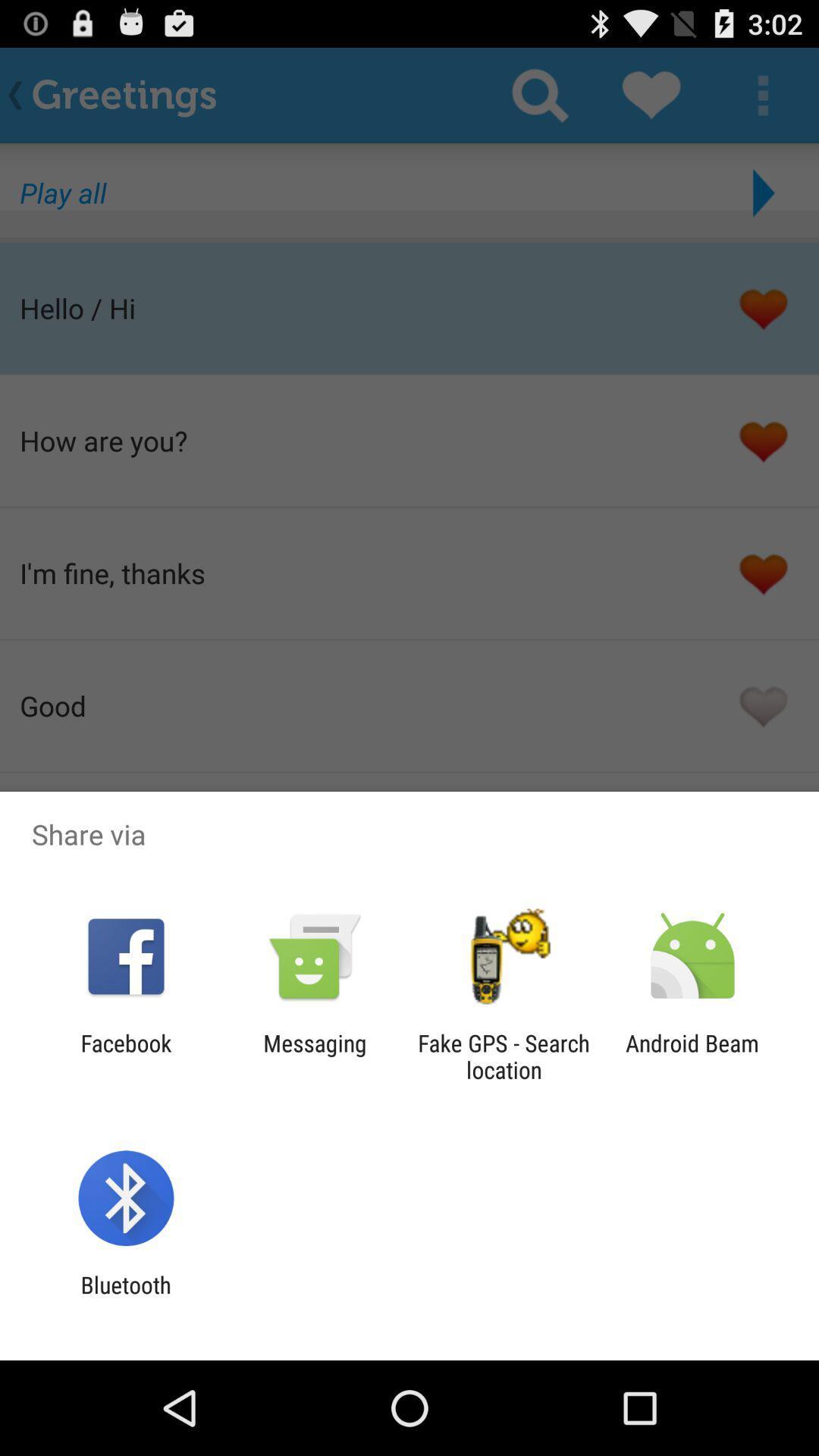 This screenshot has height=1456, width=819. Describe the element at coordinates (314, 1056) in the screenshot. I see `the item next to the facebook item` at that location.